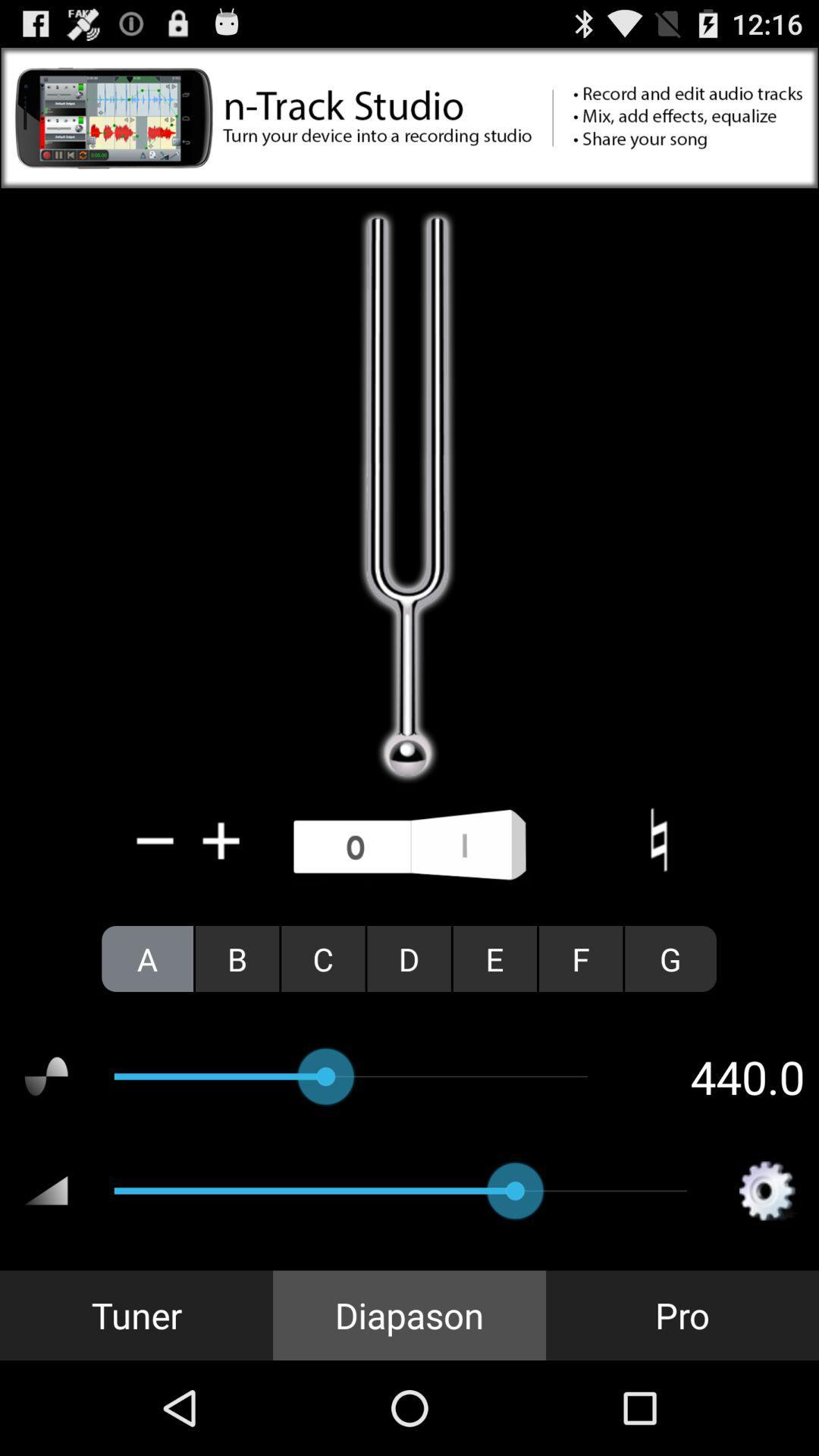 The width and height of the screenshot is (819, 1456). I want to click on the icon next to pro icon, so click(409, 1314).